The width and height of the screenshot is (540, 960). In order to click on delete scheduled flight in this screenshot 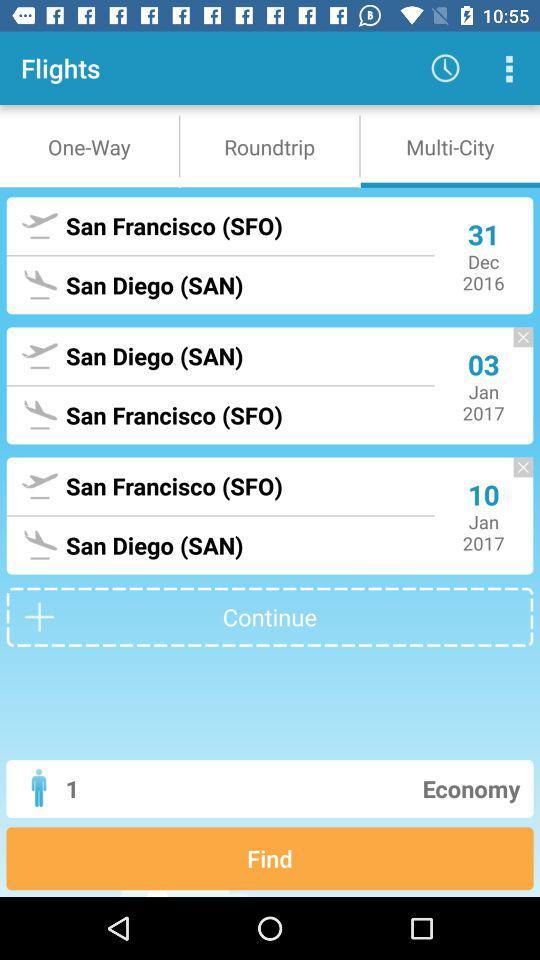, I will do `click(513, 477)`.